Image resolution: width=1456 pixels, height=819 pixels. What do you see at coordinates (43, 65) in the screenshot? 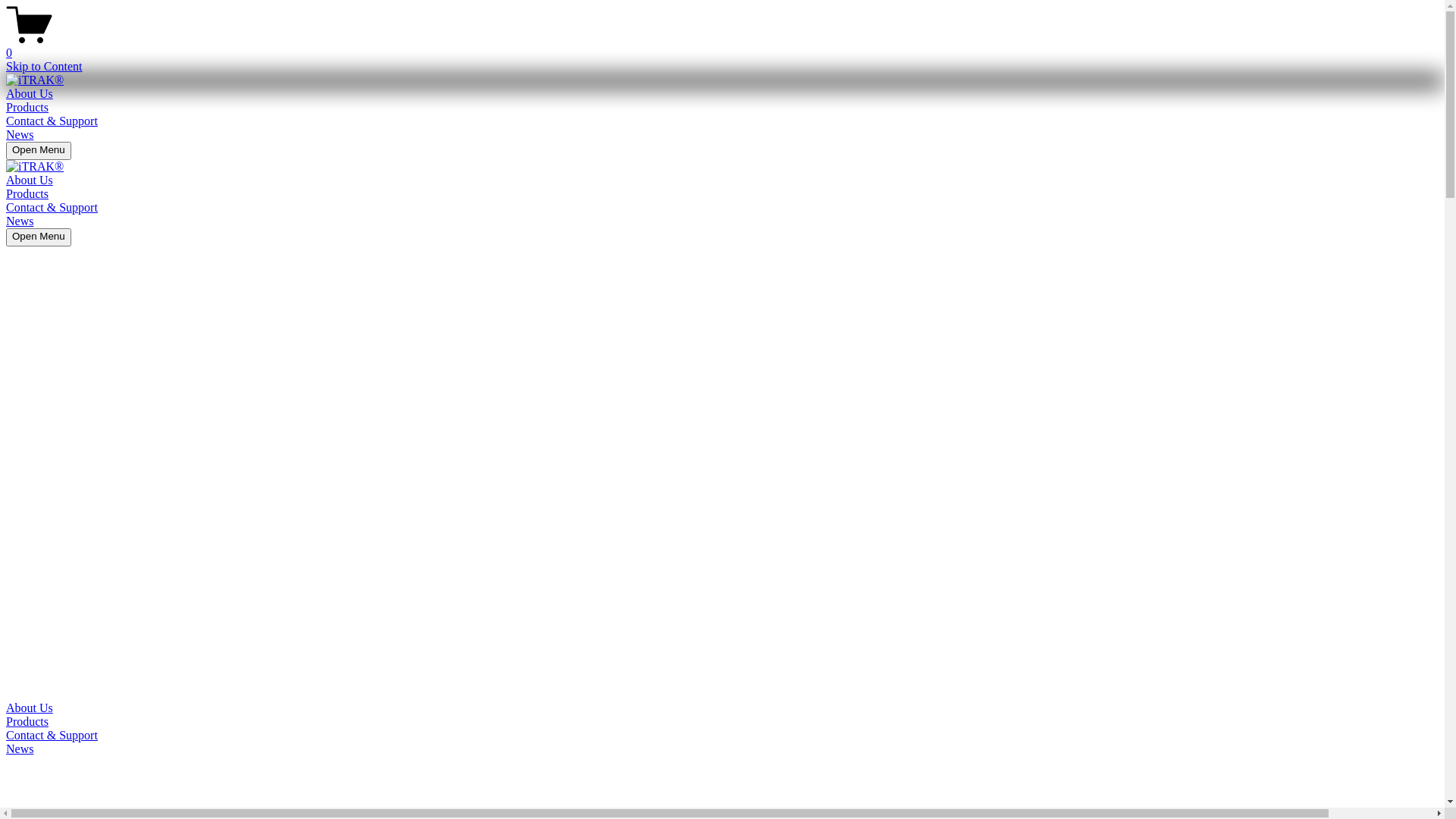
I see `'Skip to Content'` at bounding box center [43, 65].